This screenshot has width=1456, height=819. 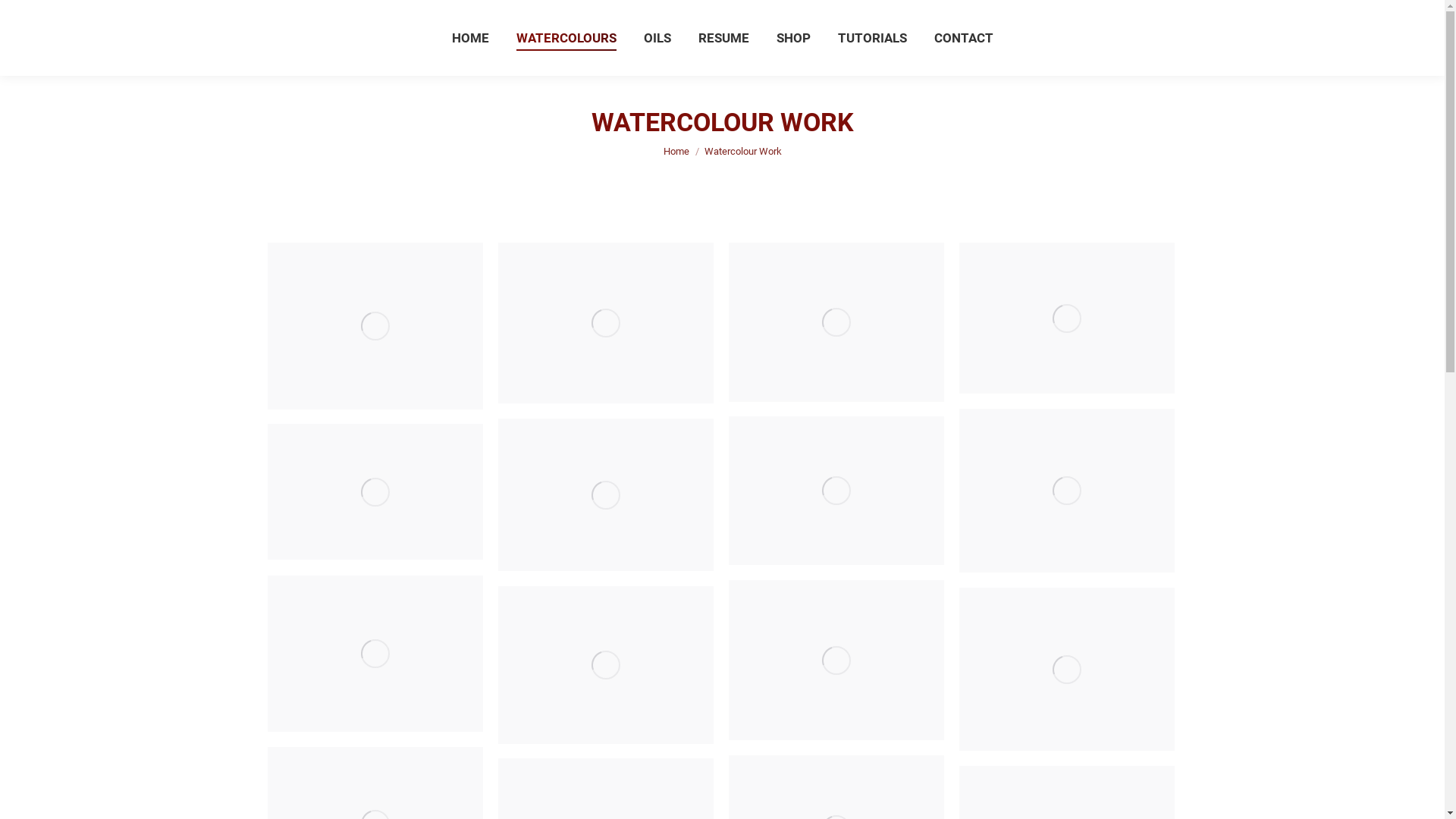 I want to click on 'HOME', so click(x=447, y=37).